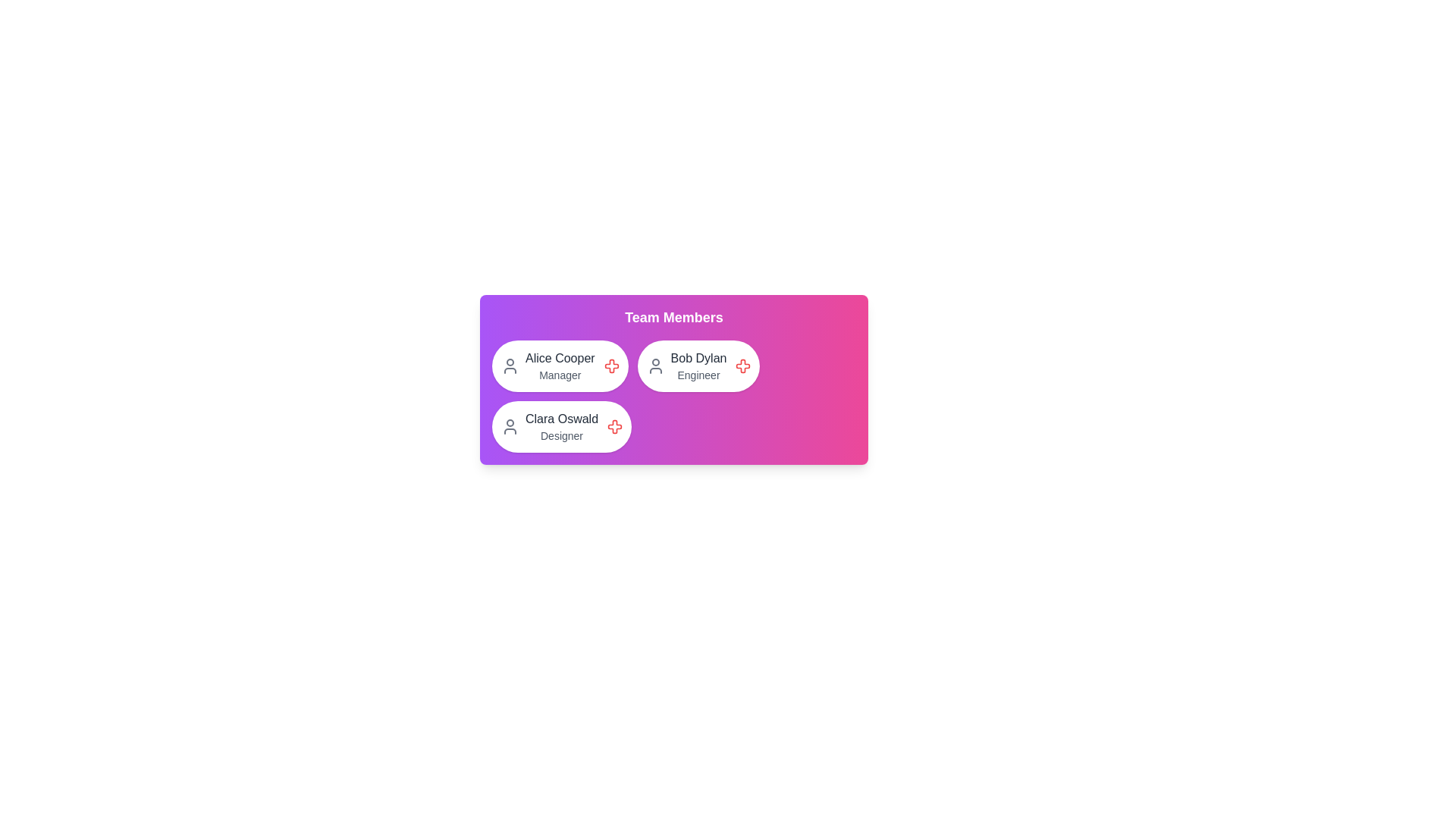 This screenshot has width=1456, height=819. I want to click on the close button of the avatar chip corresponding to Clara Oswald, so click(615, 427).